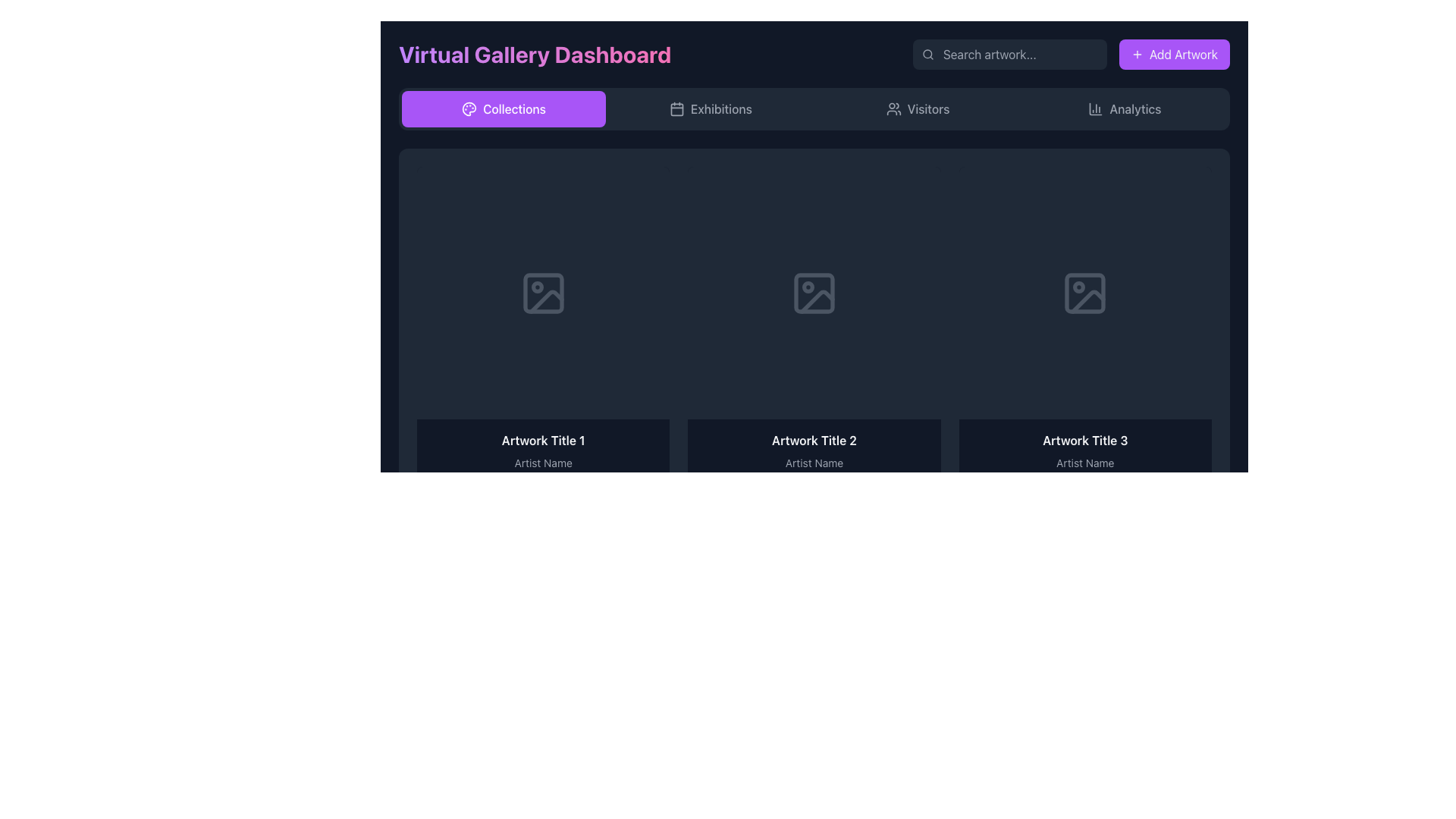  I want to click on the vibrant purple 'Add Artwork' button located at the top-right corner of the interface, so click(1173, 54).